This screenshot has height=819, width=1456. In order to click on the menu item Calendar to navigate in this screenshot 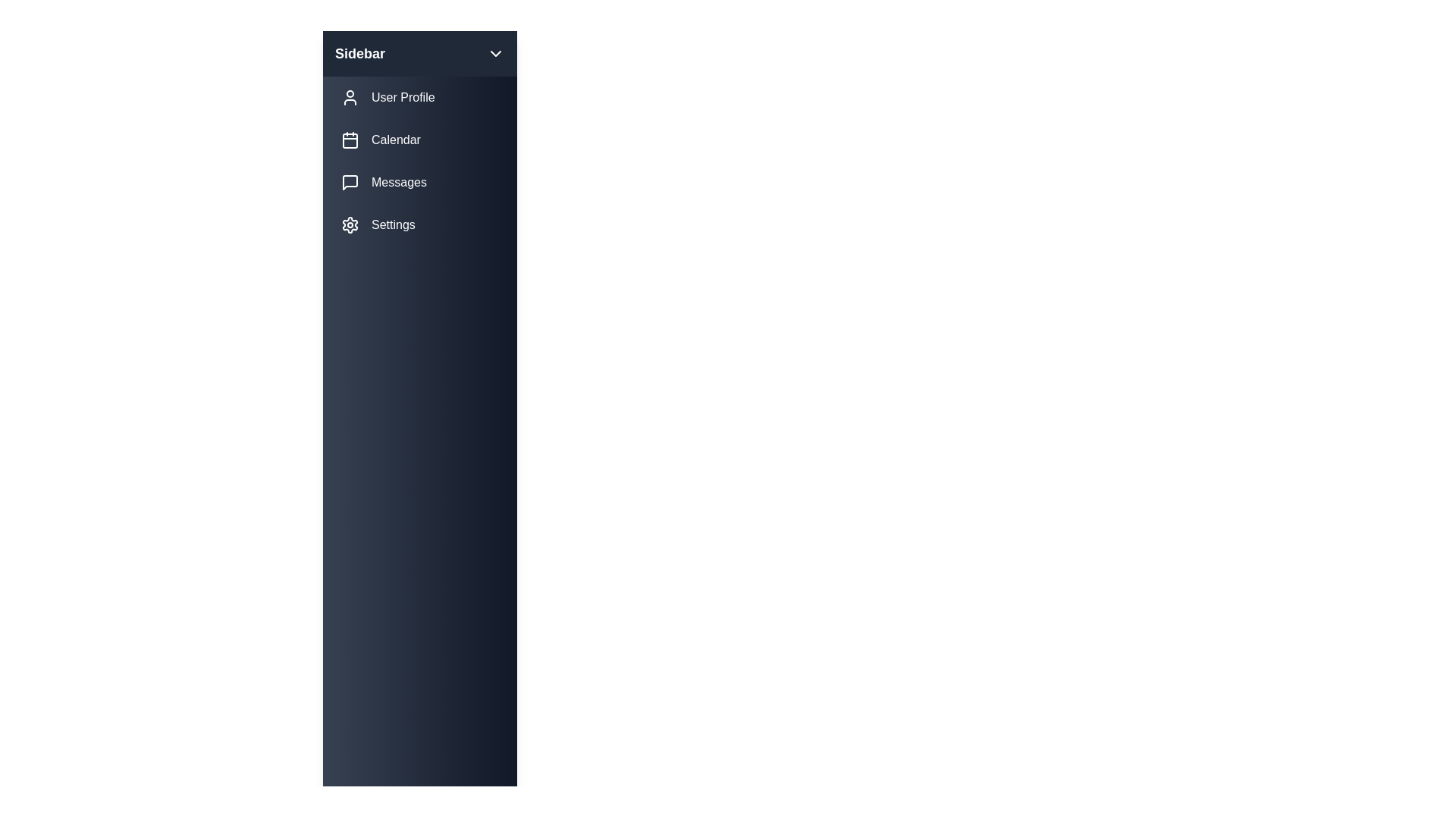, I will do `click(419, 140)`.